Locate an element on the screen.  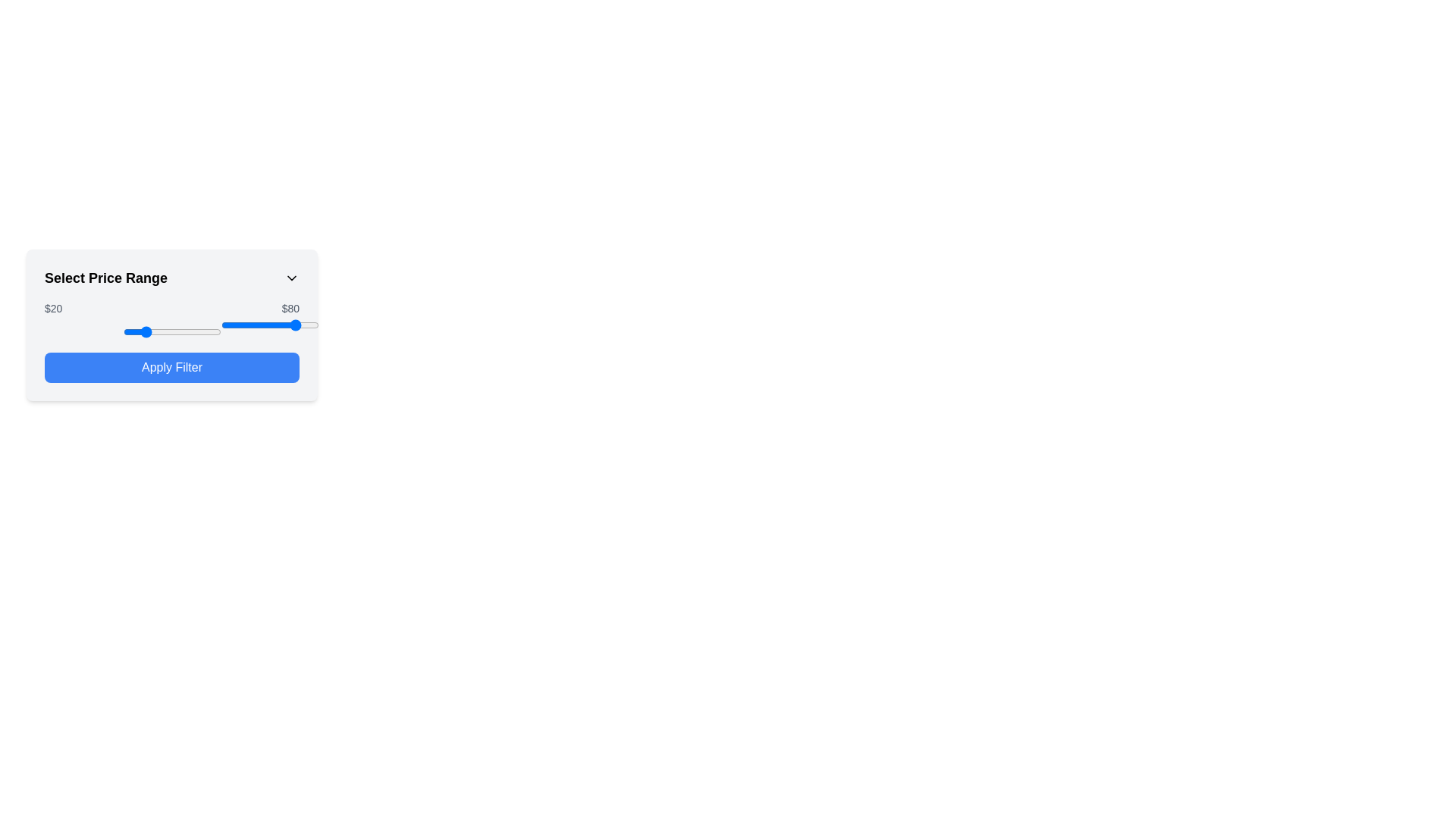
the slider value is located at coordinates (207, 331).